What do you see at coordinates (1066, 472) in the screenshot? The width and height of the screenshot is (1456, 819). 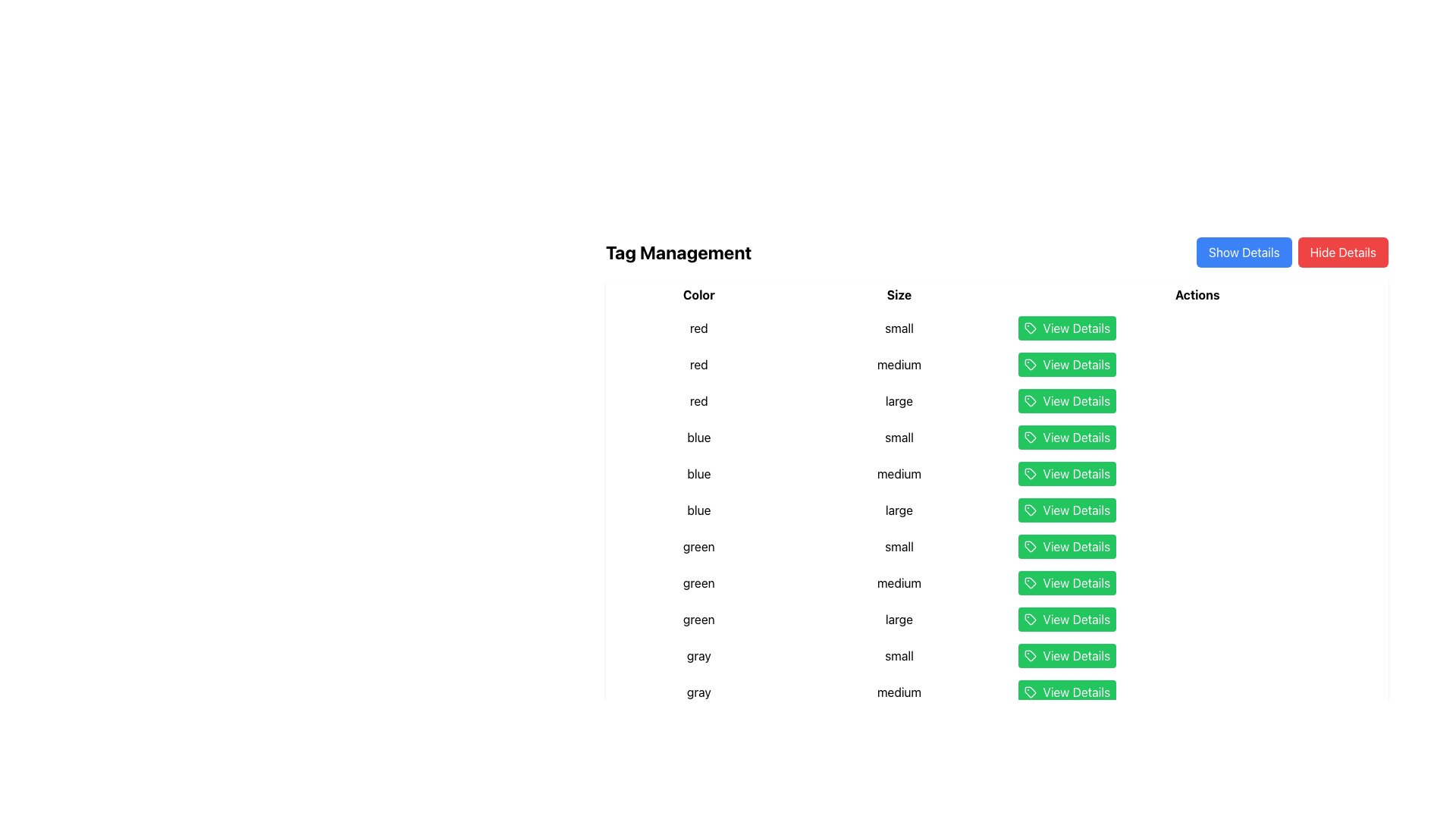 I see `the button in the sixth row of the interactive table under the 'Actions' column` at bounding box center [1066, 472].